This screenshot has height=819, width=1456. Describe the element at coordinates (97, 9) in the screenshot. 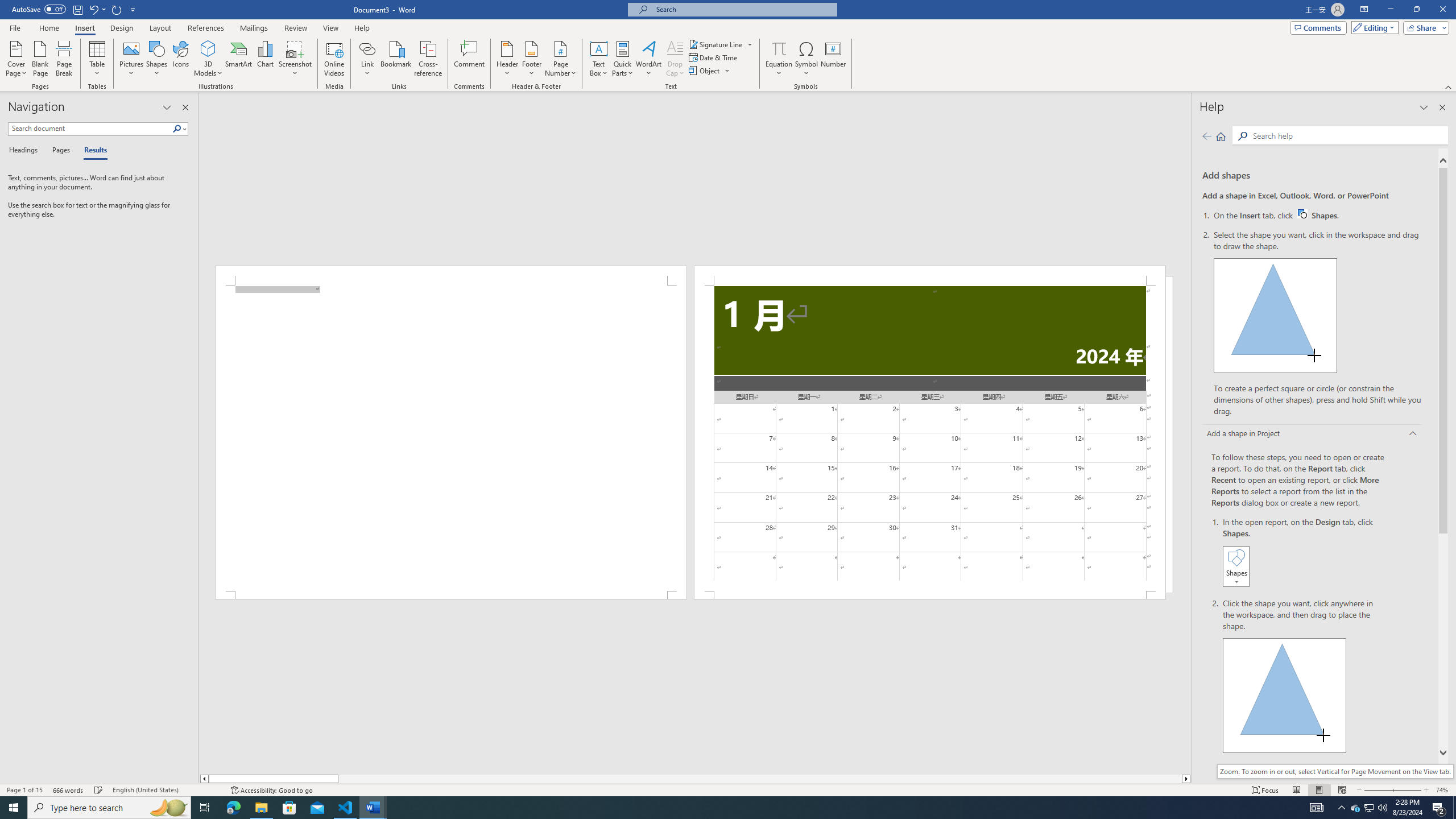

I see `'Undo New Page'` at that location.